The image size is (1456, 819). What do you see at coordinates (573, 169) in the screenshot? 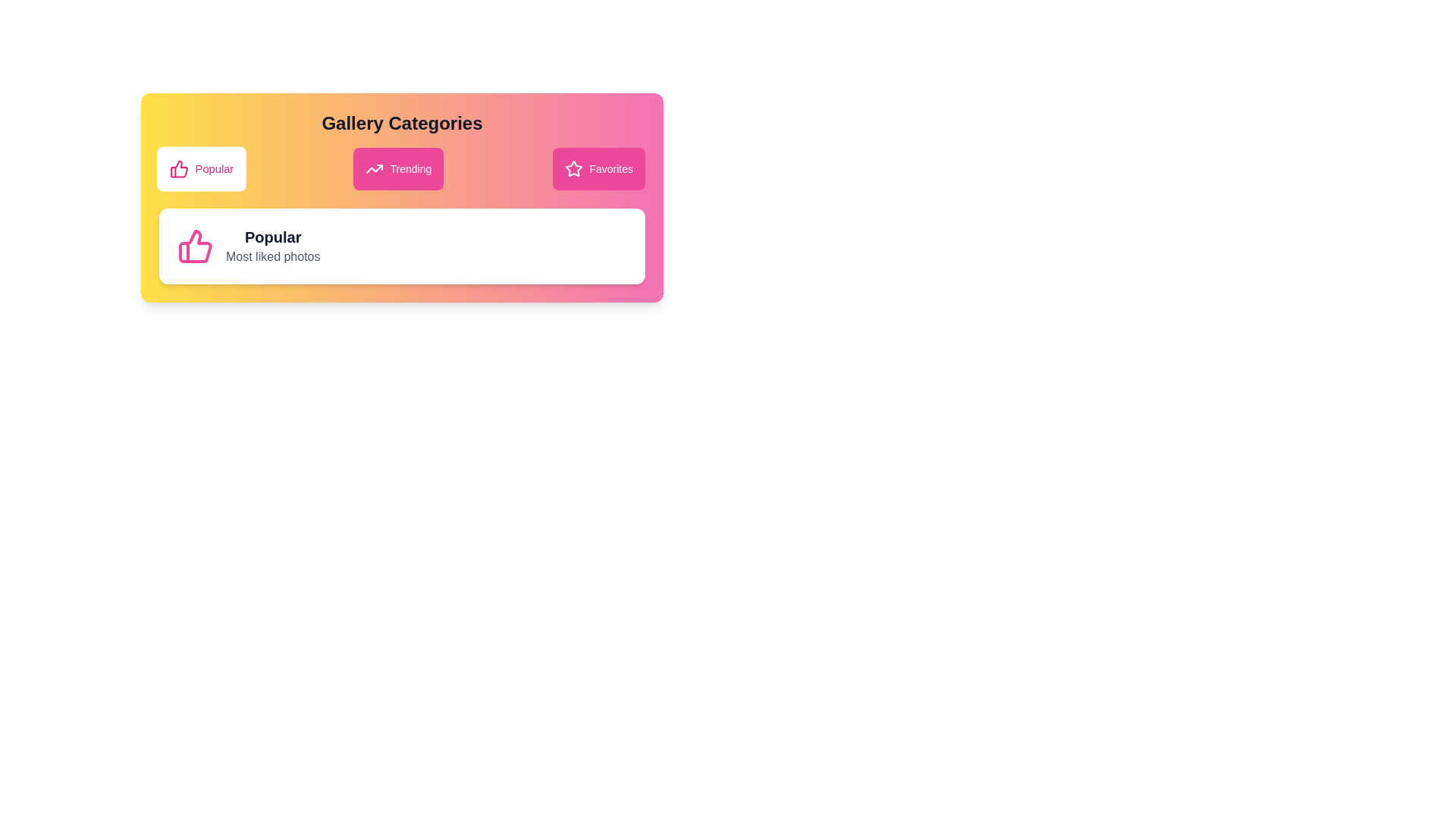
I see `the pink star icon located within the 'Favorites' button, which is the rightmost button in the row of category buttons under 'Gallery Categories'` at bounding box center [573, 169].